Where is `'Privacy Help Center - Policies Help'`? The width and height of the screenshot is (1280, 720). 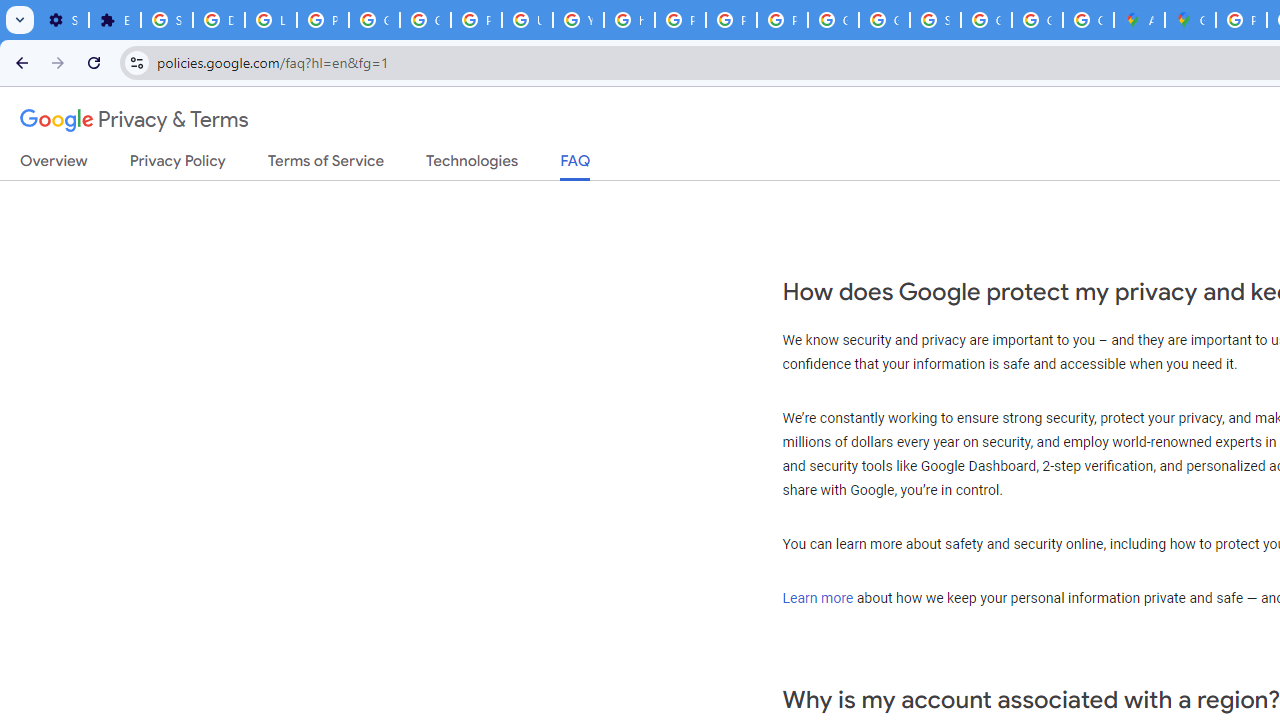 'Privacy Help Center - Policies Help' is located at coordinates (680, 20).